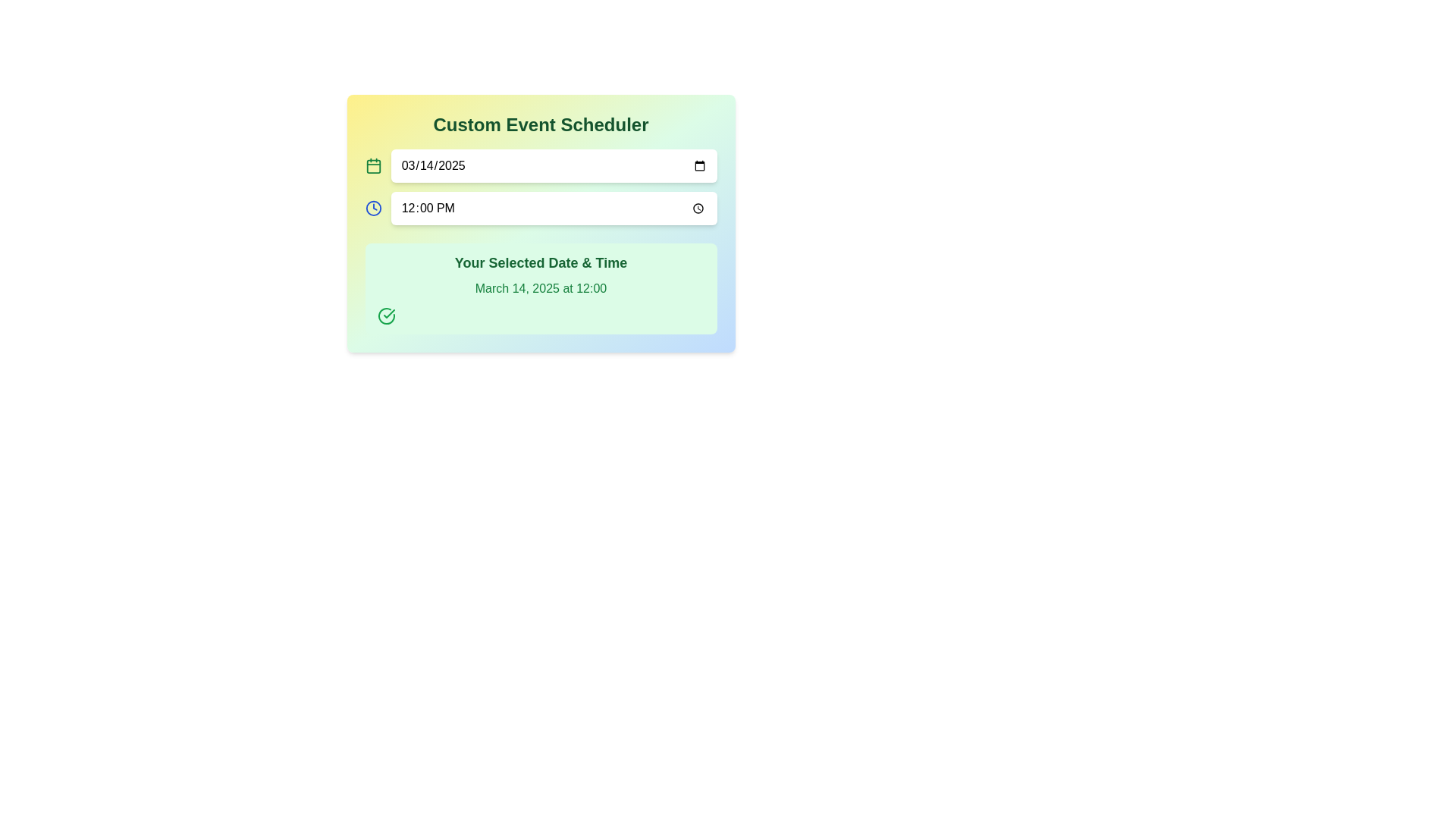 Image resolution: width=1456 pixels, height=819 pixels. I want to click on the time input field displaying '12:00' in the Custom Event Scheduler component, so click(553, 208).